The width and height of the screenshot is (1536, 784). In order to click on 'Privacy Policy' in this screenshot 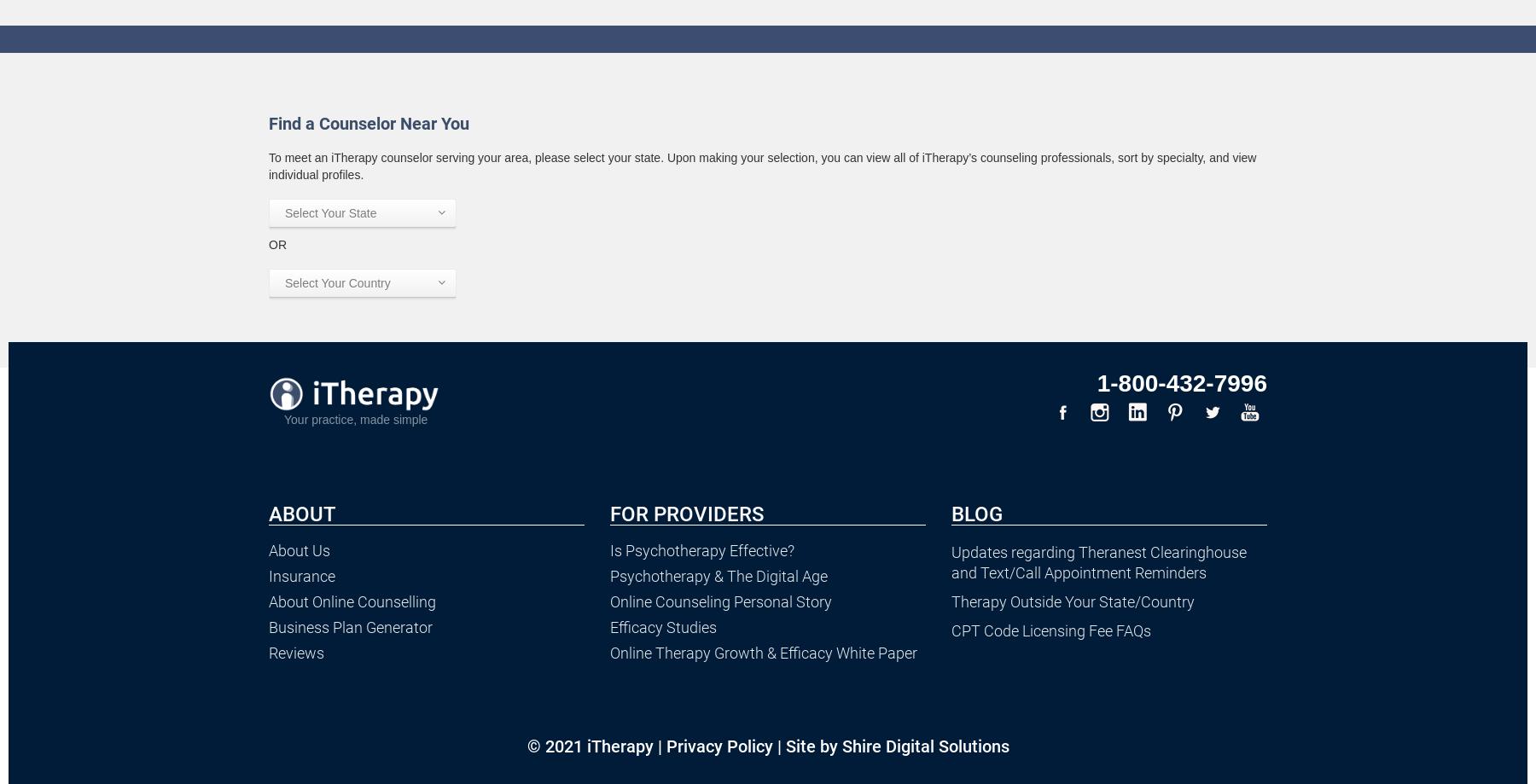, I will do `click(664, 745)`.